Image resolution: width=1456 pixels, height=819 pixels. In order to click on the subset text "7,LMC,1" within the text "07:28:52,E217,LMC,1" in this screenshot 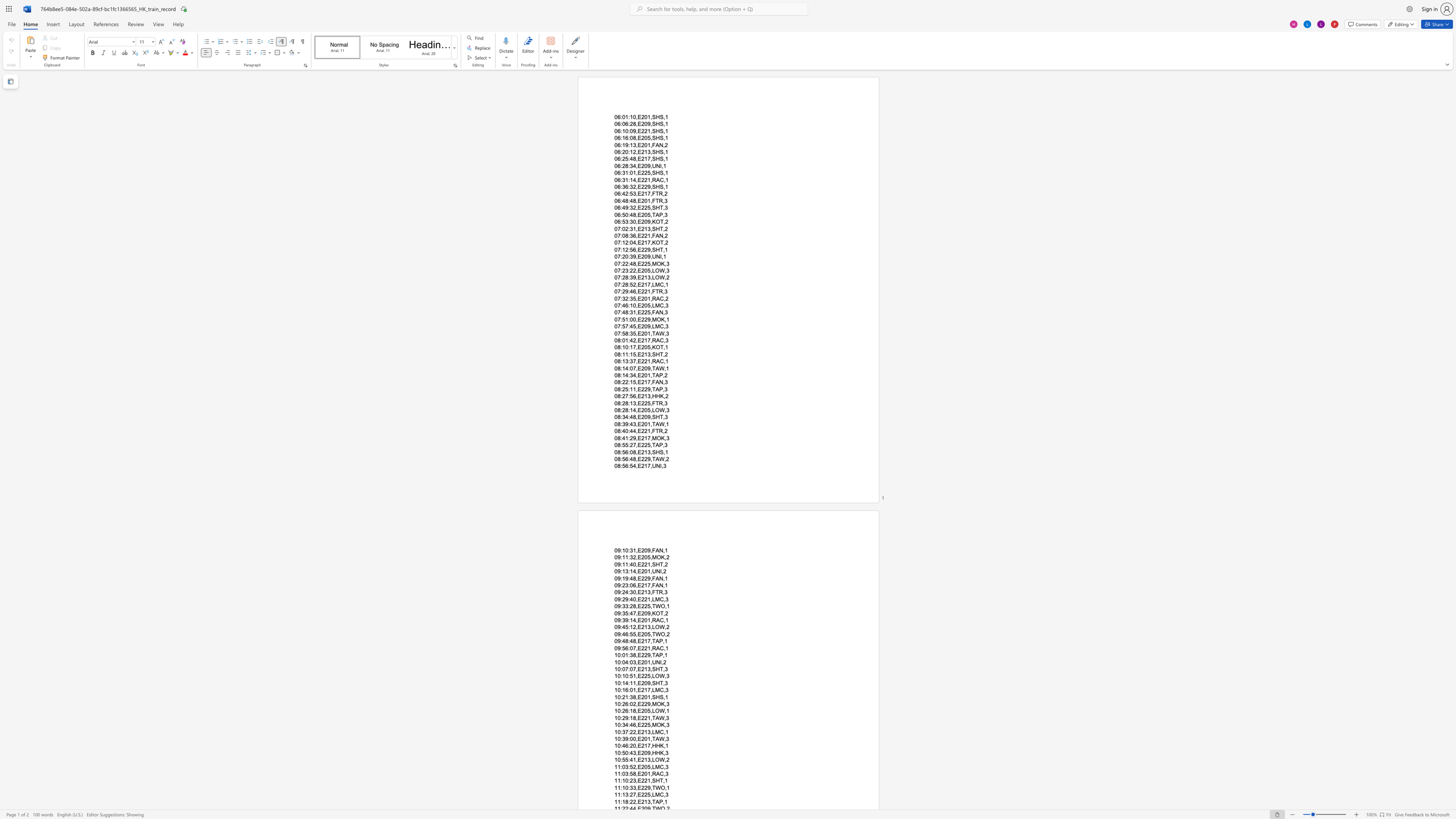, I will do `click(647, 284)`.